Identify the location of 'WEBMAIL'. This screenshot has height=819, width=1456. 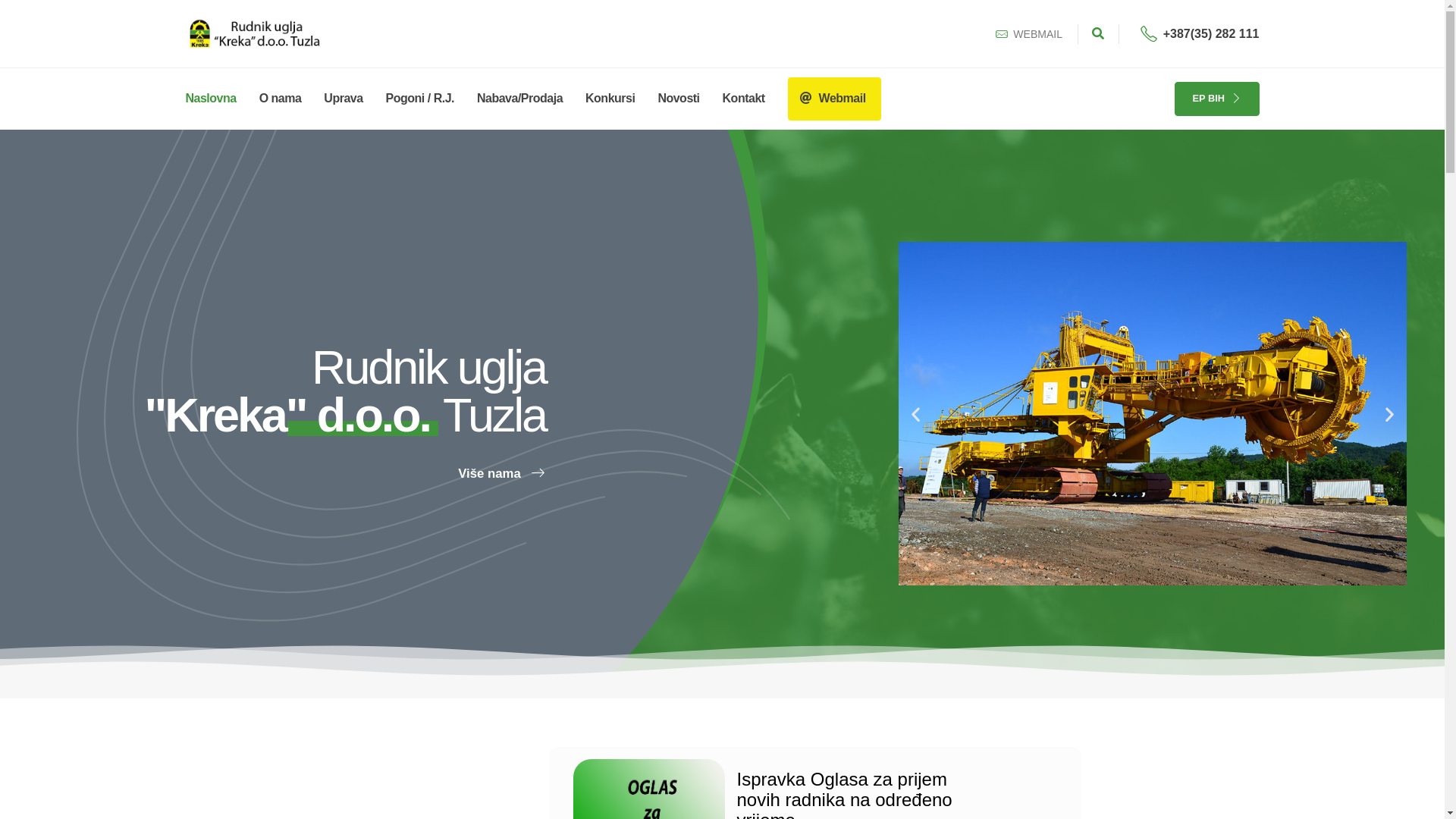
(1028, 34).